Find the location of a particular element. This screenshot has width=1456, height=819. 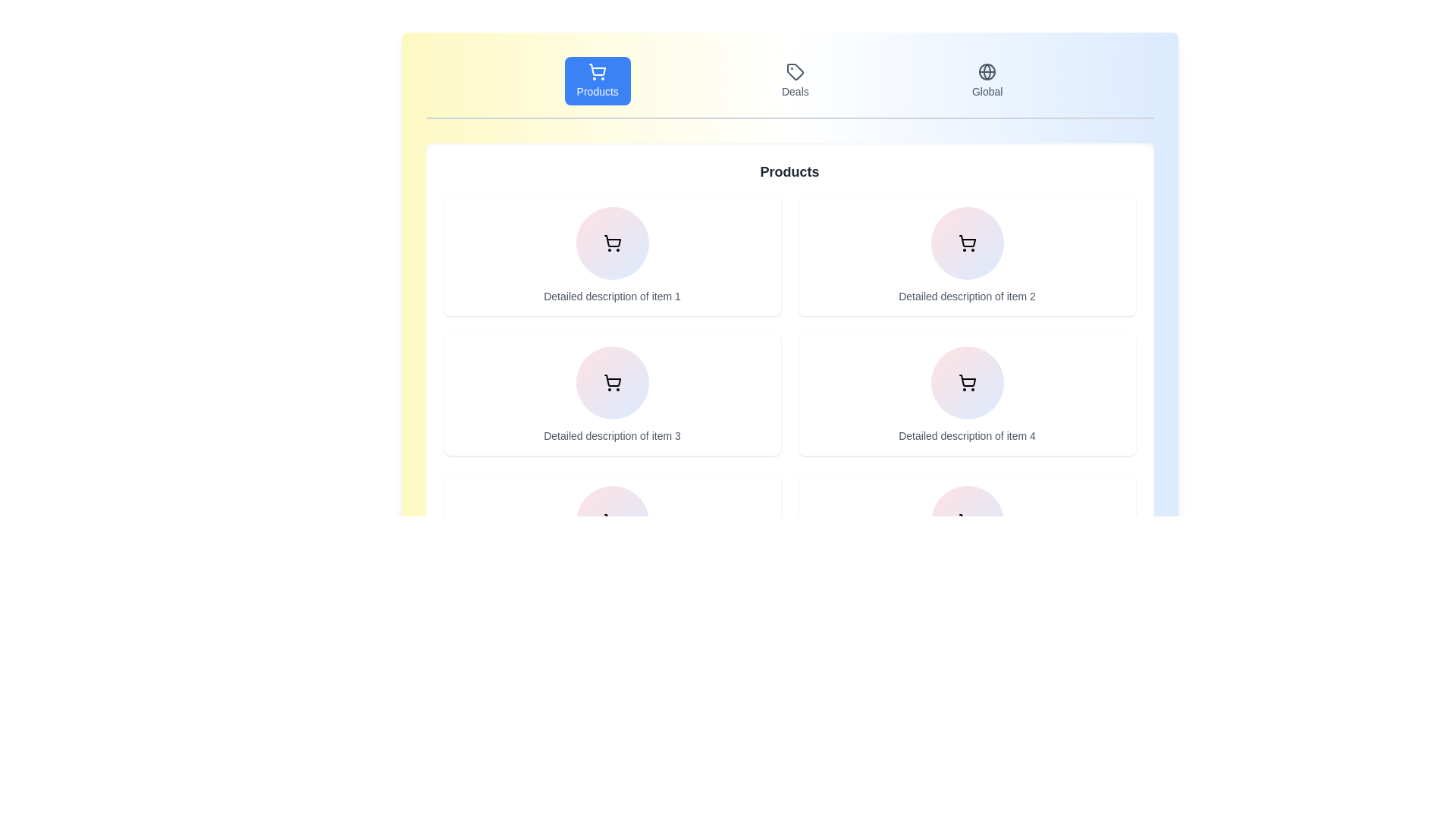

the tab labeled Deals is located at coordinates (793, 81).